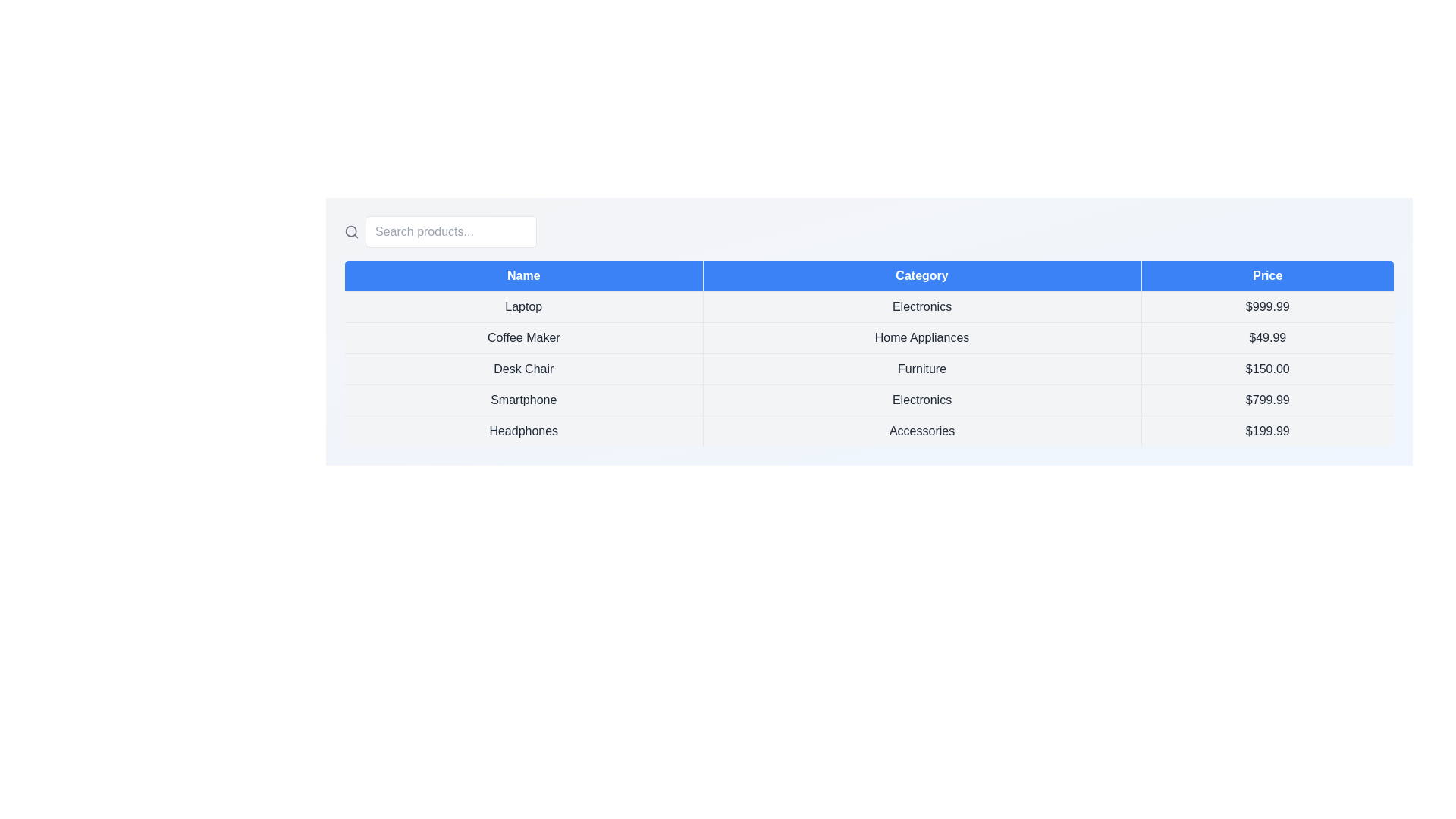  Describe the element at coordinates (921, 275) in the screenshot. I see `the Text Label that serves as a column header between the 'Name' and 'Price' columns in the table to potentially see tooltips` at that location.